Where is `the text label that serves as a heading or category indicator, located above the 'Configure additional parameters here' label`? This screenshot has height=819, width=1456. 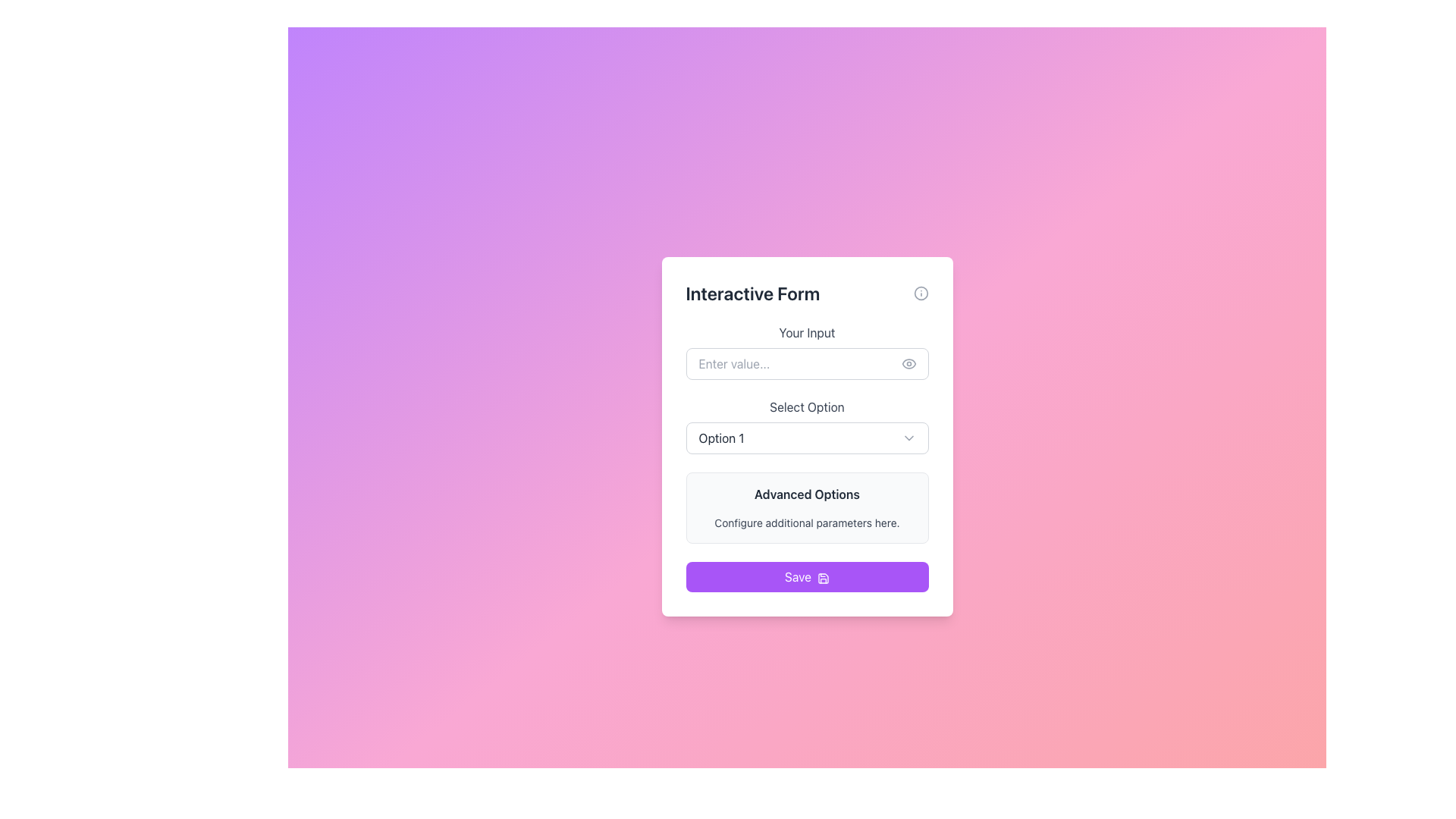
the text label that serves as a heading or category indicator, located above the 'Configure additional parameters here' label is located at coordinates (806, 494).